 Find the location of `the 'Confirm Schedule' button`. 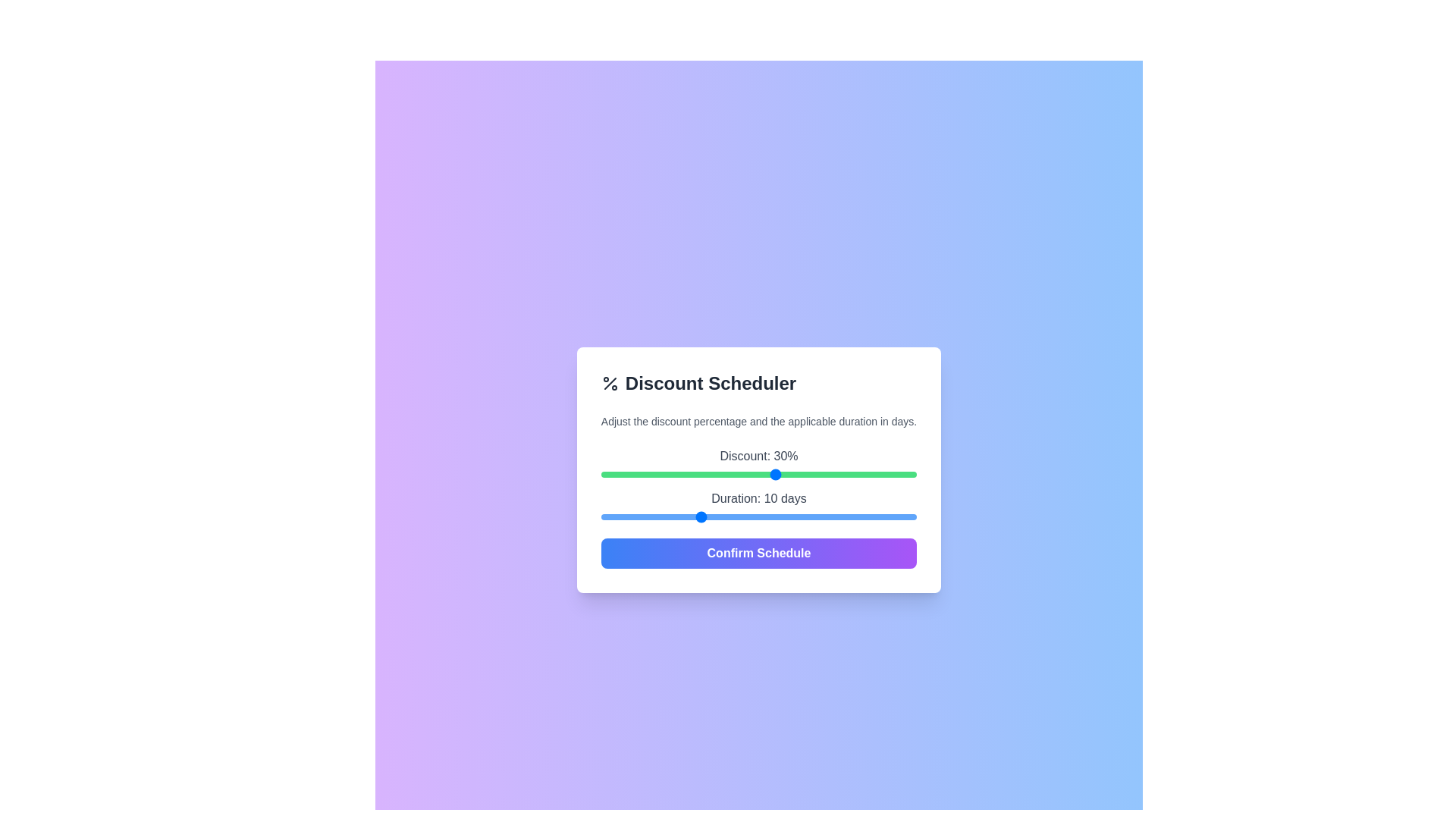

the 'Confirm Schedule' button is located at coordinates (759, 553).